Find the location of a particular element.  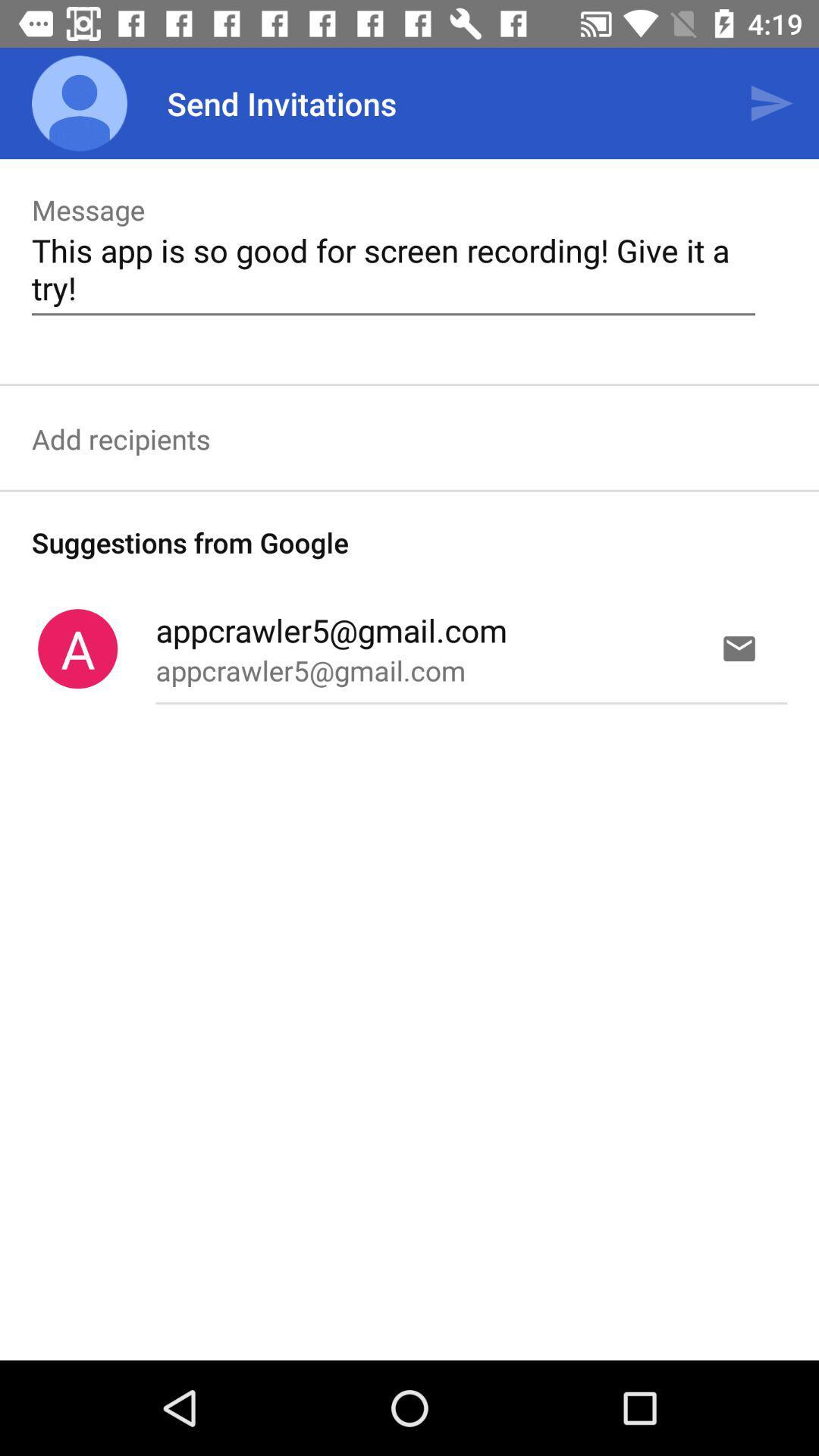

the this app is item is located at coordinates (393, 268).